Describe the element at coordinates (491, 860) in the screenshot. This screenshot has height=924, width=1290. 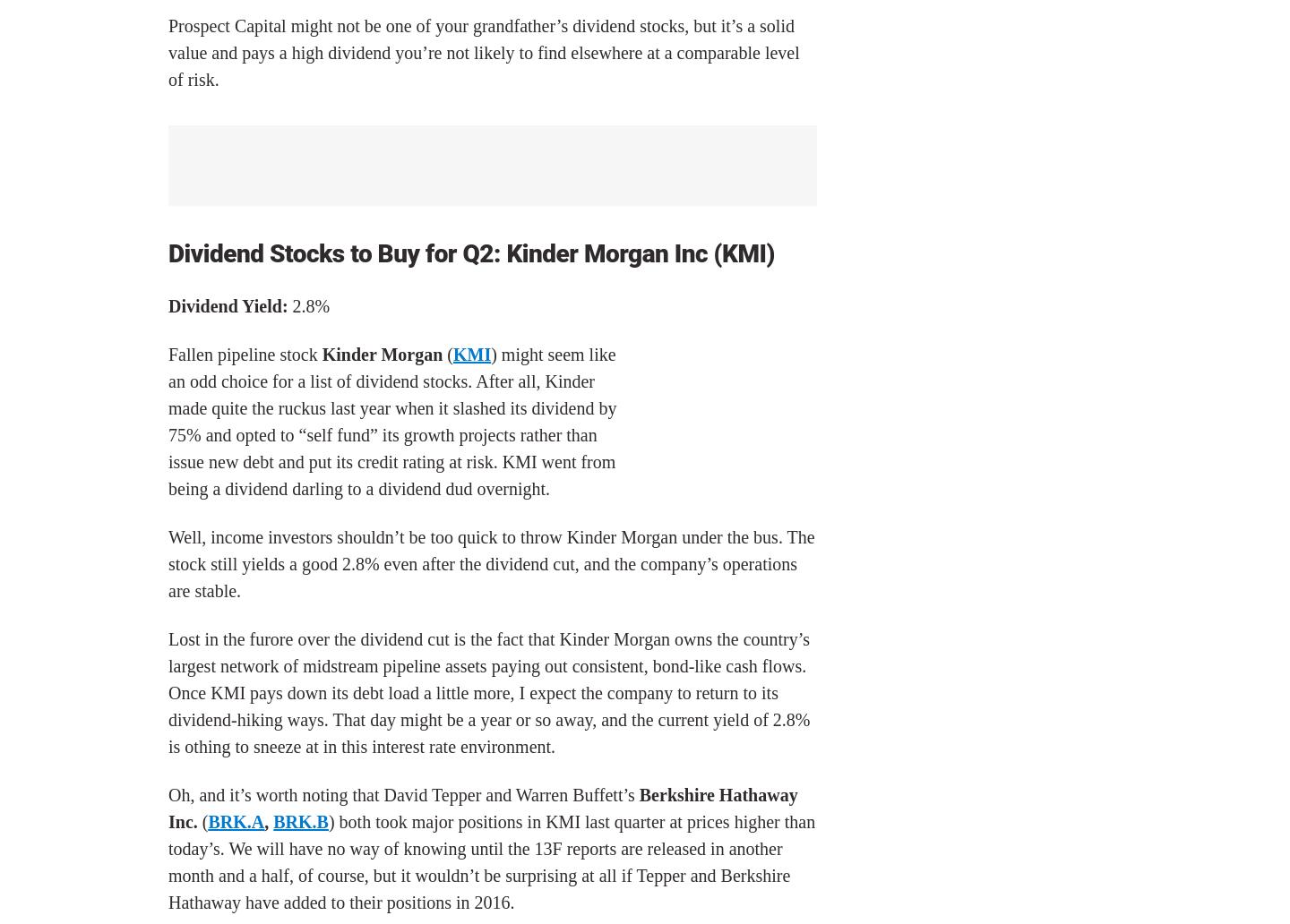
I see `') both took major positions in KMI last quarter at prices higher than today’s. We will have no way of knowing until the 13F reports are released in another month and a half, of course, but it wouldn’t be surprising at all if Tepper and Berkshire Hathaway have added to their positions in 2016.'` at that location.